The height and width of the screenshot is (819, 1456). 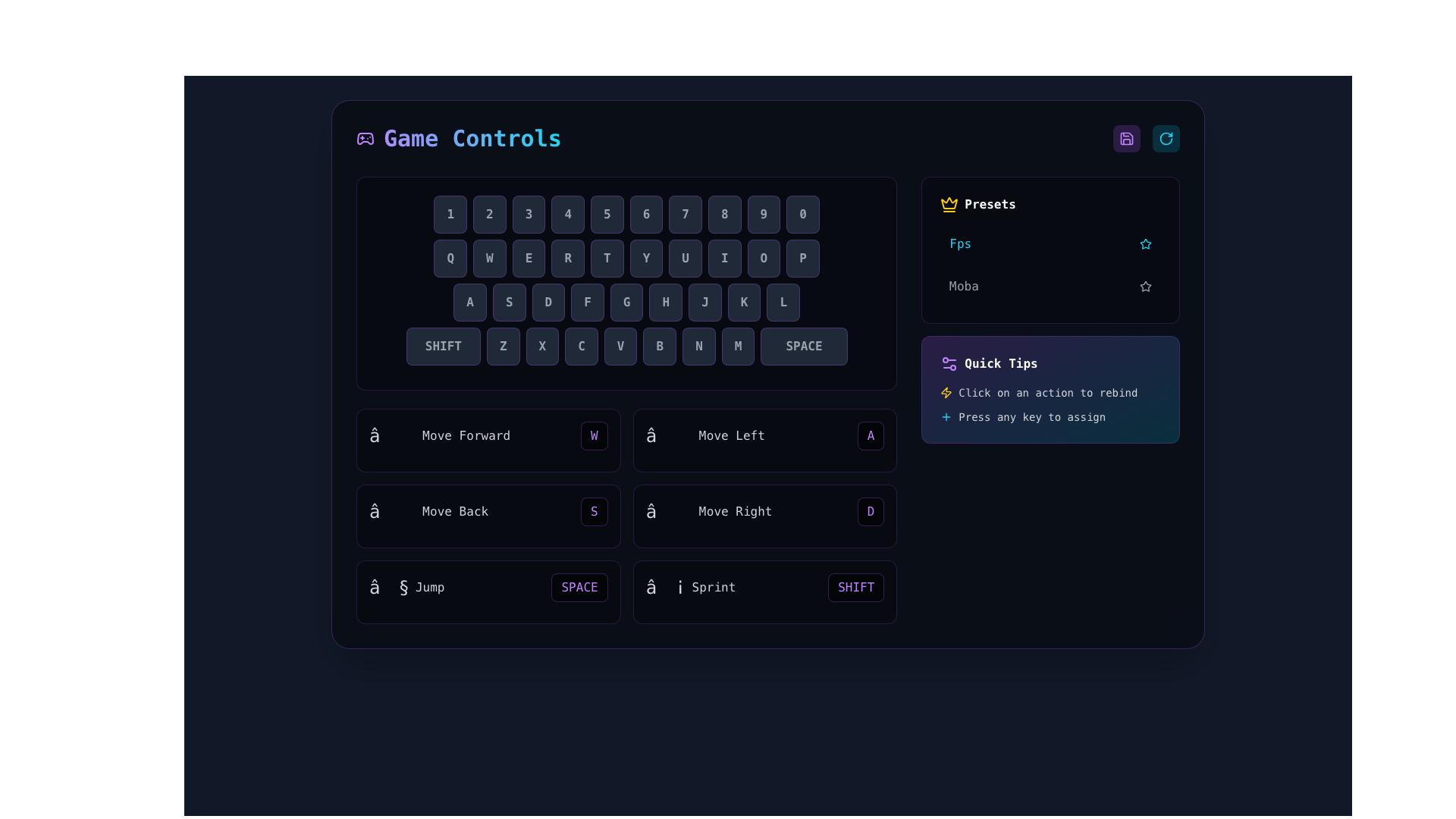 What do you see at coordinates (1050, 417) in the screenshot?
I see `the instructional text that indicates to the user they can press any key to assign it to an action, located` at bounding box center [1050, 417].